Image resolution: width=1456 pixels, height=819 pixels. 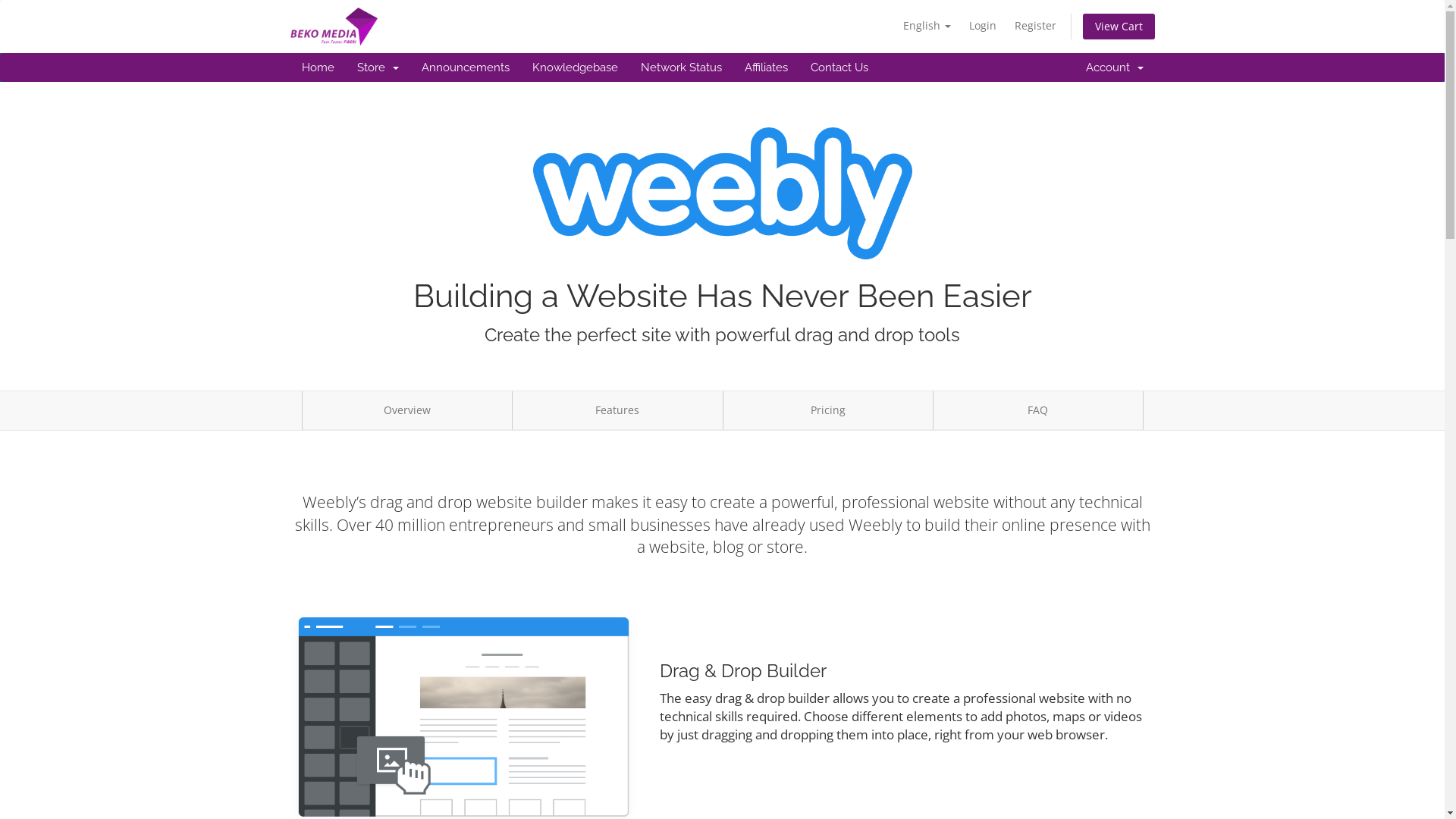 I want to click on 'Network Status', so click(x=680, y=66).